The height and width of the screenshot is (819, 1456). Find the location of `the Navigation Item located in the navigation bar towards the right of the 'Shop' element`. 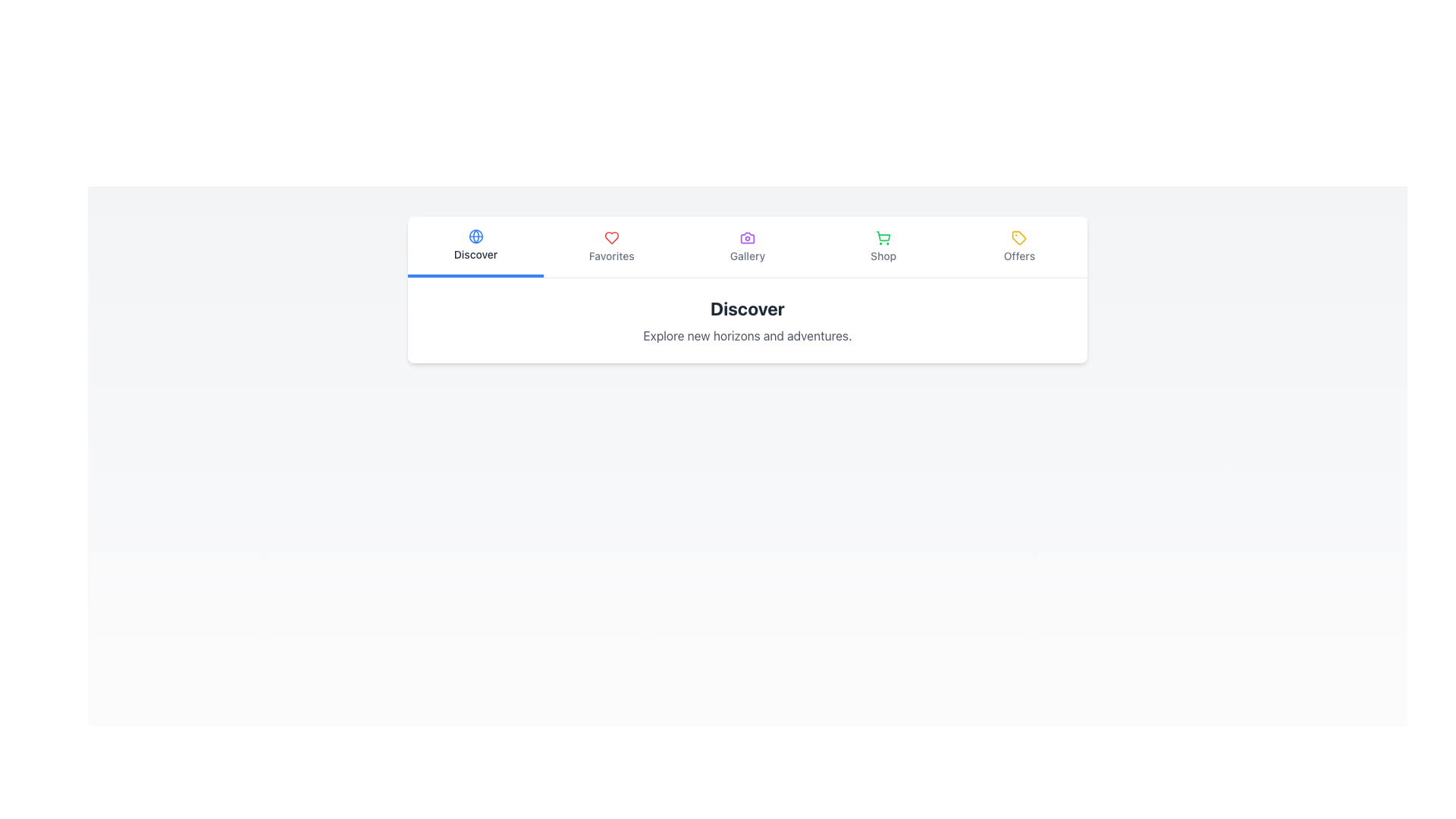

the Navigation Item located in the navigation bar towards the right of the 'Shop' element is located at coordinates (1019, 246).